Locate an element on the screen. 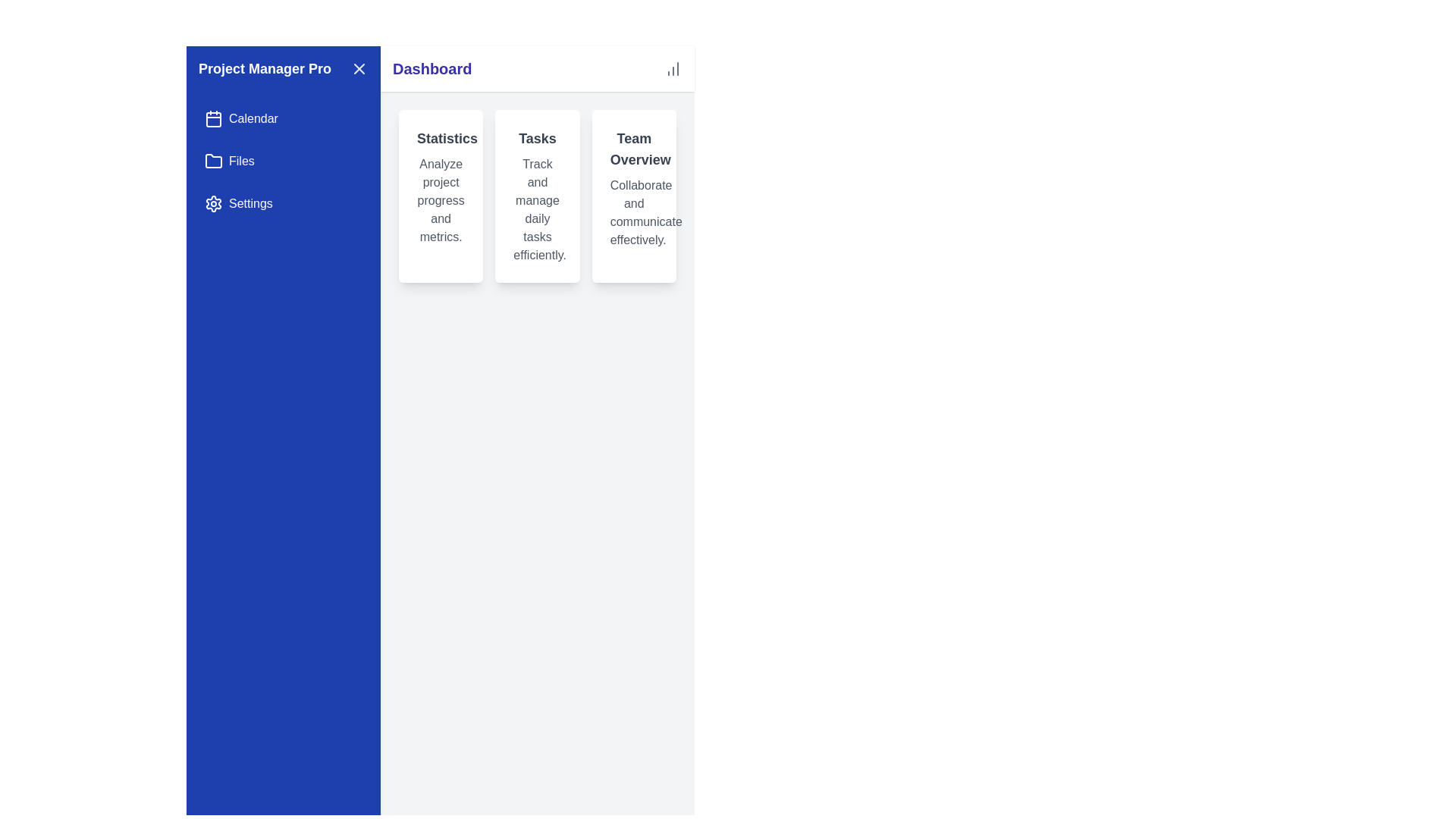  the label for the calendar section in the navigation menu is located at coordinates (253, 118).